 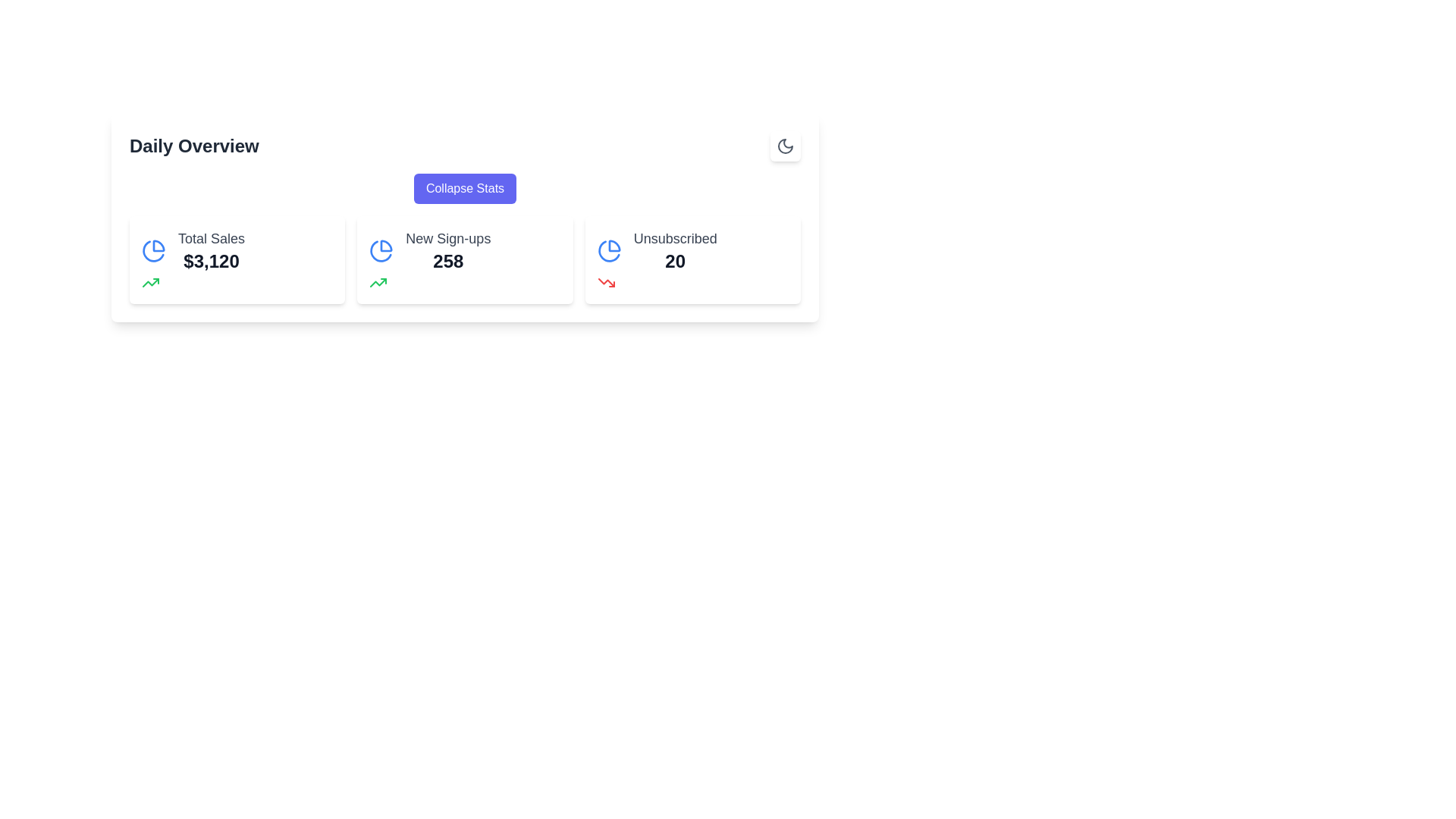 I want to click on the green upward-pointing trend arrow icon in the 'Total Sales' widget located in the 'Daily Overview' section, so click(x=378, y=283).